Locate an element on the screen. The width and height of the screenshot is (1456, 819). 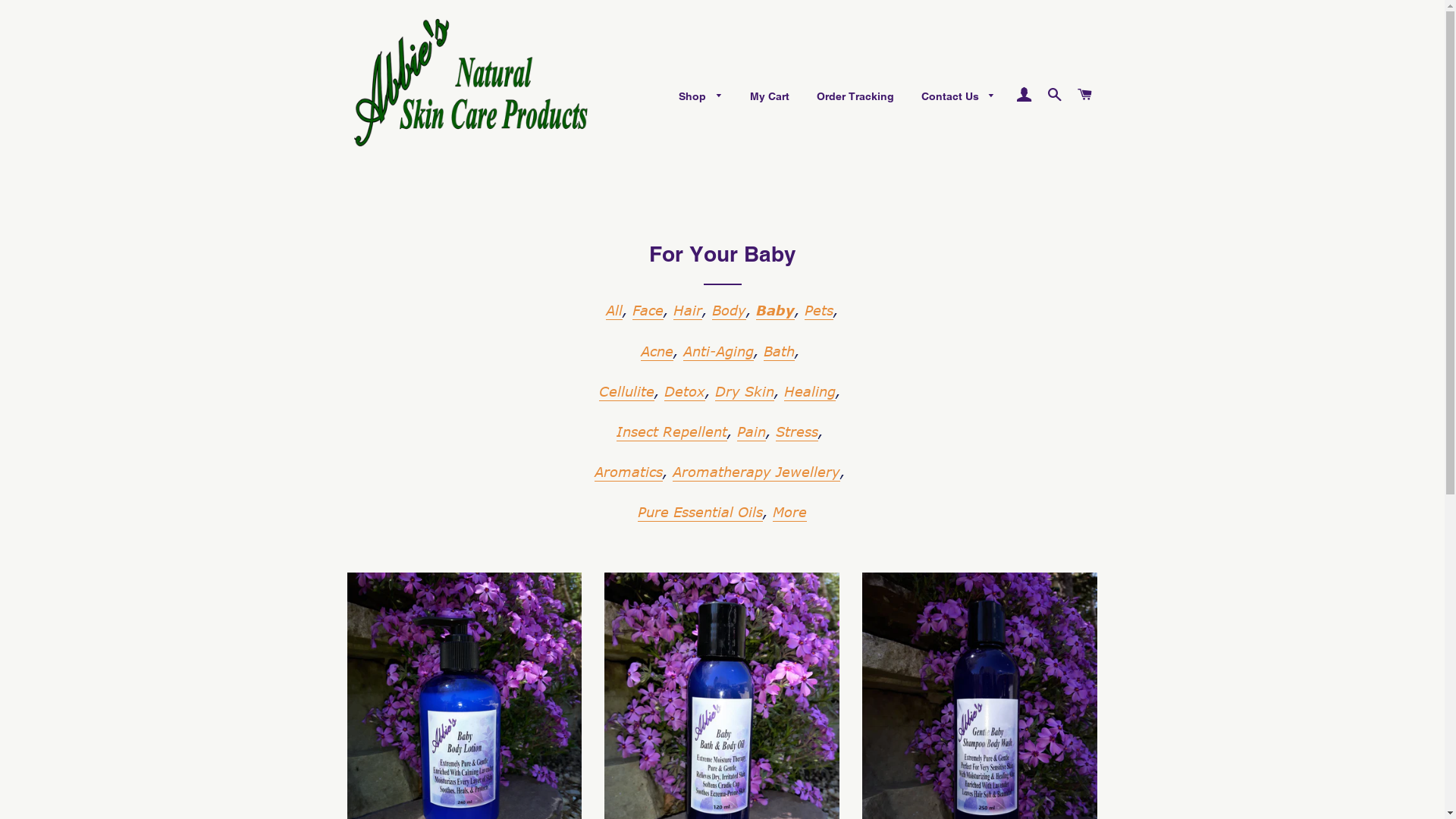
'Order Tracking' is located at coordinates (855, 96).